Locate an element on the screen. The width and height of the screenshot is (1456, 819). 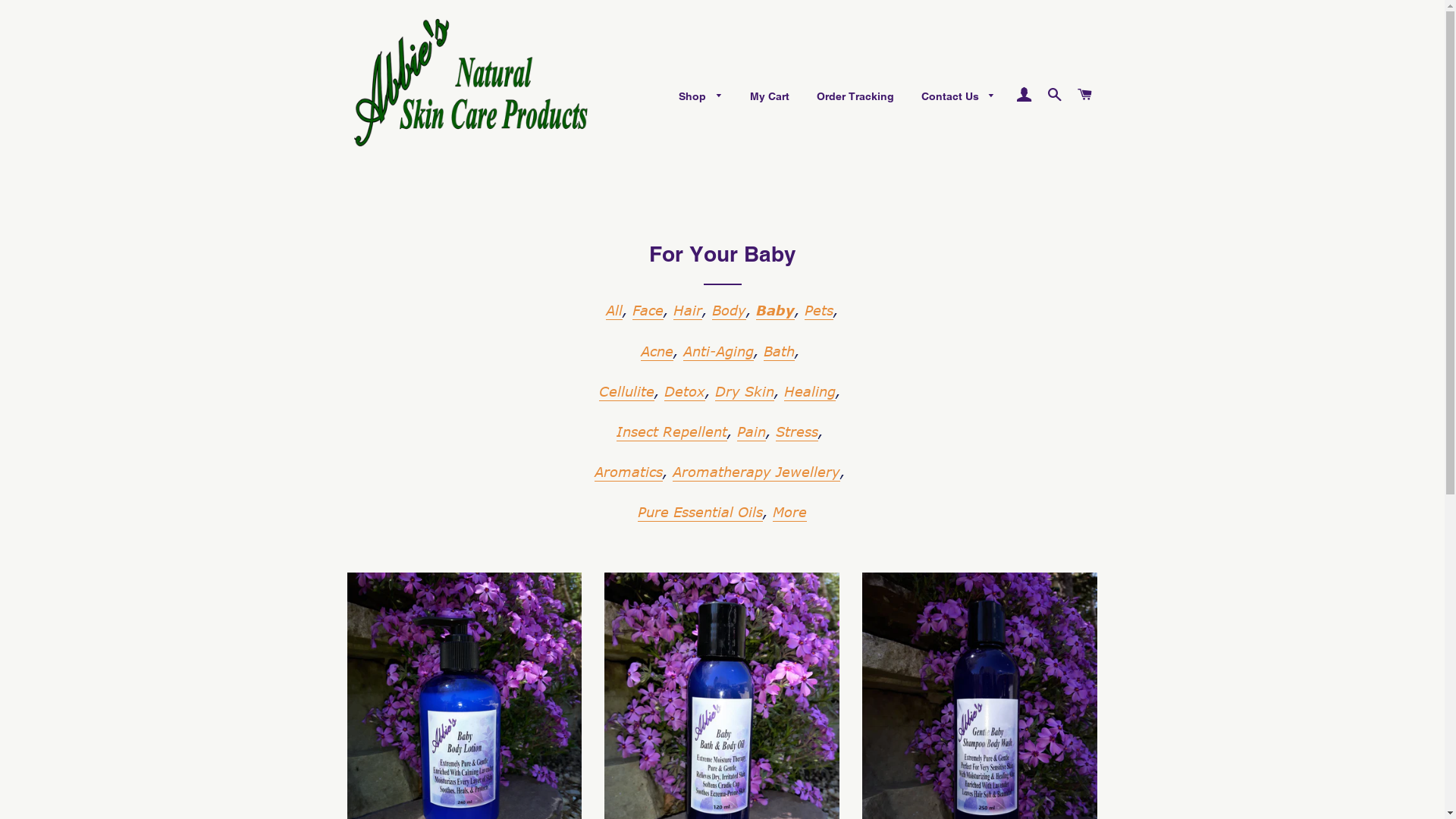
'Order Tracking' is located at coordinates (855, 96).